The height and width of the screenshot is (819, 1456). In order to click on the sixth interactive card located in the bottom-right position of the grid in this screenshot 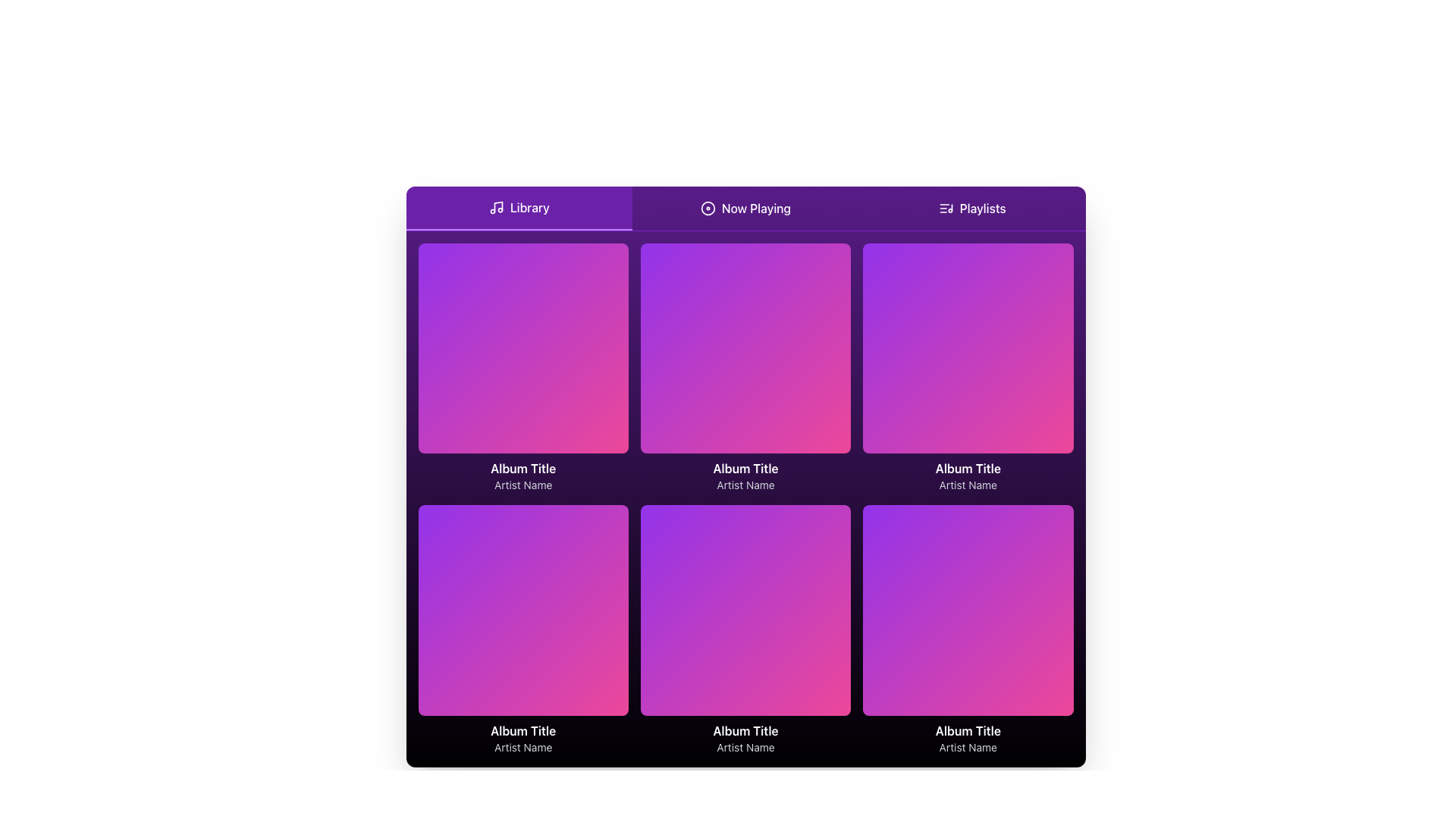, I will do `click(967, 630)`.